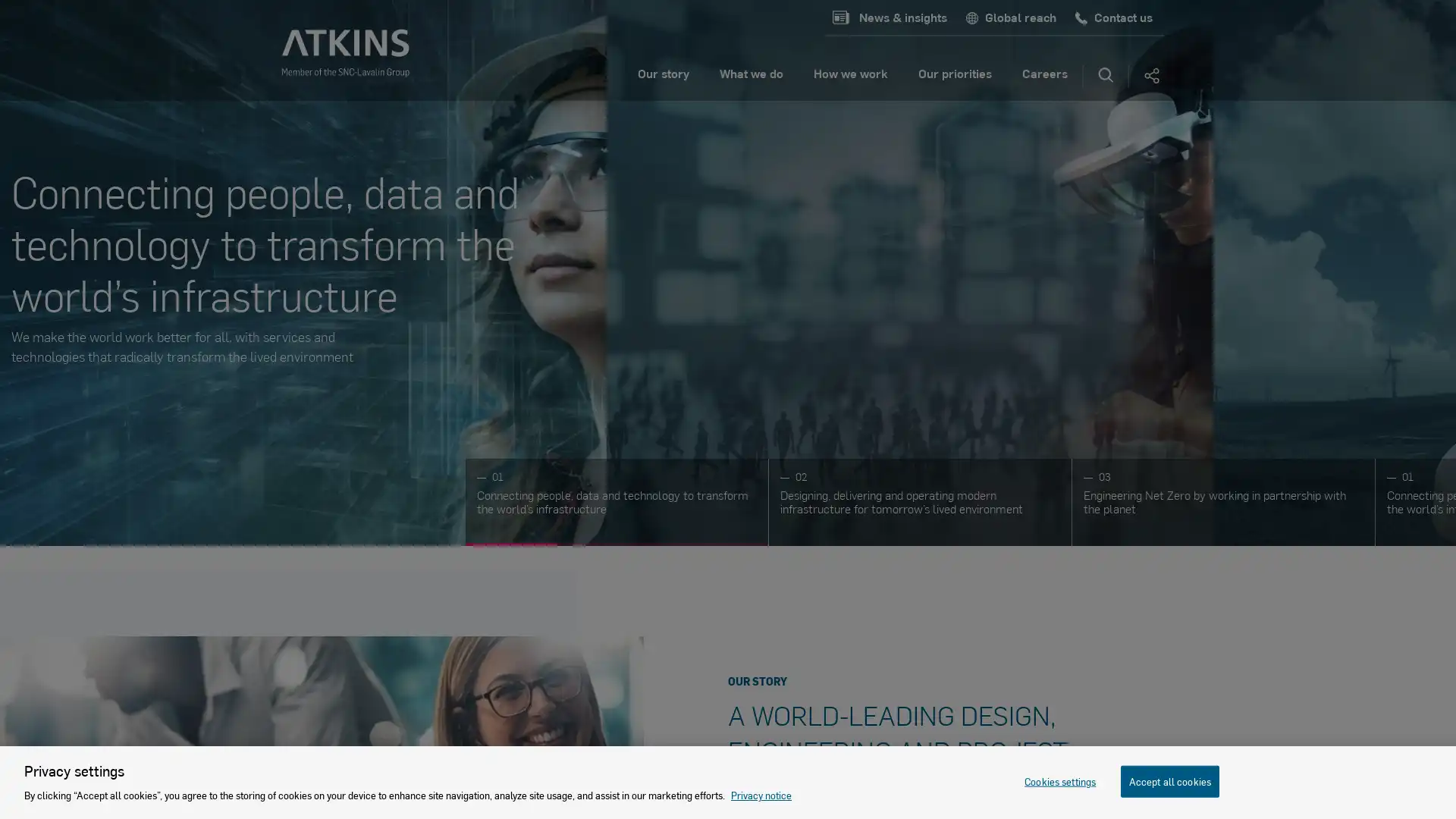 Image resolution: width=1456 pixels, height=819 pixels. I want to click on Search, so click(1106, 76).